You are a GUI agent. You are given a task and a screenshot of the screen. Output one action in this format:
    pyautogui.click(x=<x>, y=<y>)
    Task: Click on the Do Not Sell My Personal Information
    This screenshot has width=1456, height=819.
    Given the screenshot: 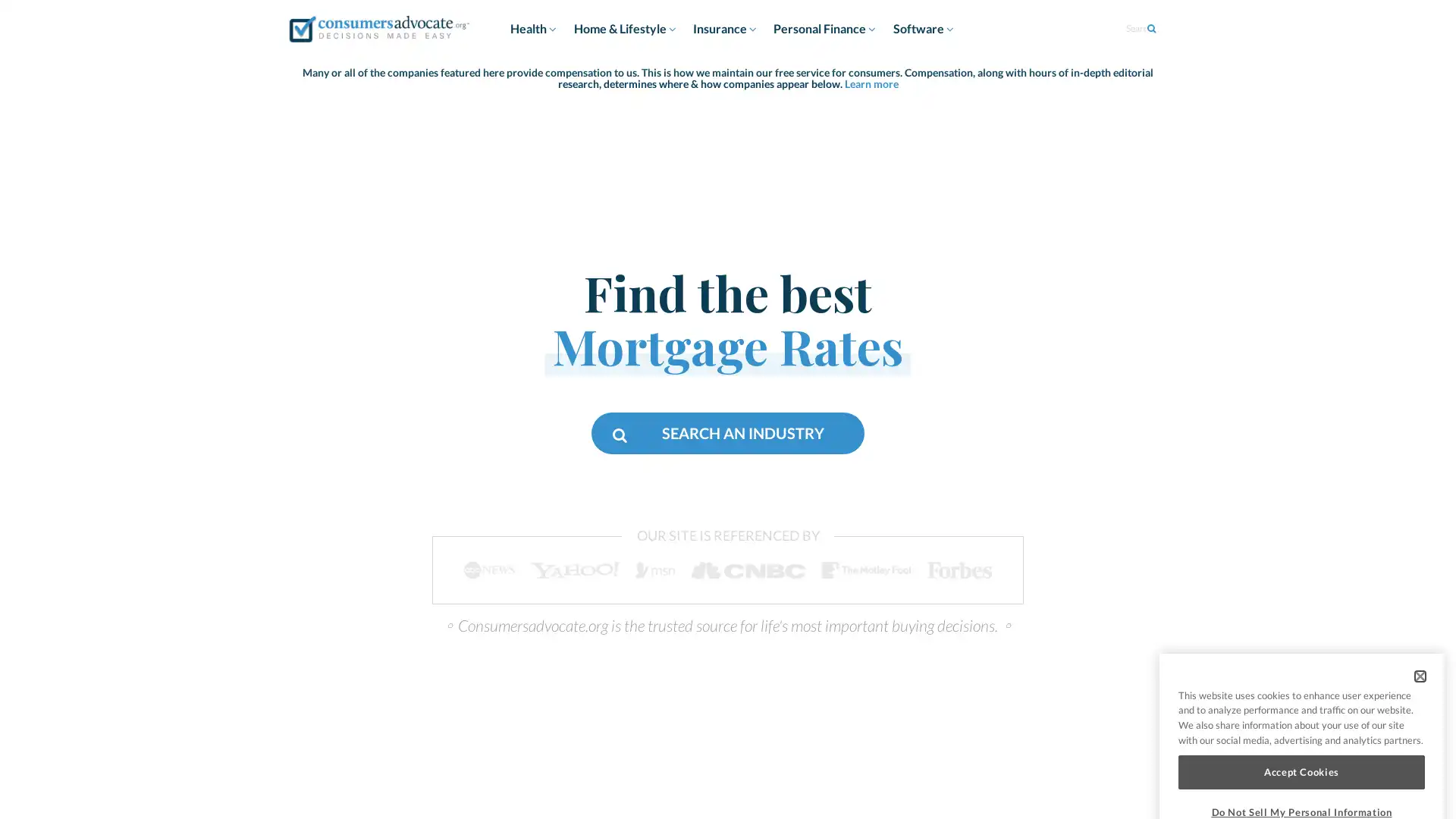 What is the action you would take?
    pyautogui.click(x=1301, y=760)
    